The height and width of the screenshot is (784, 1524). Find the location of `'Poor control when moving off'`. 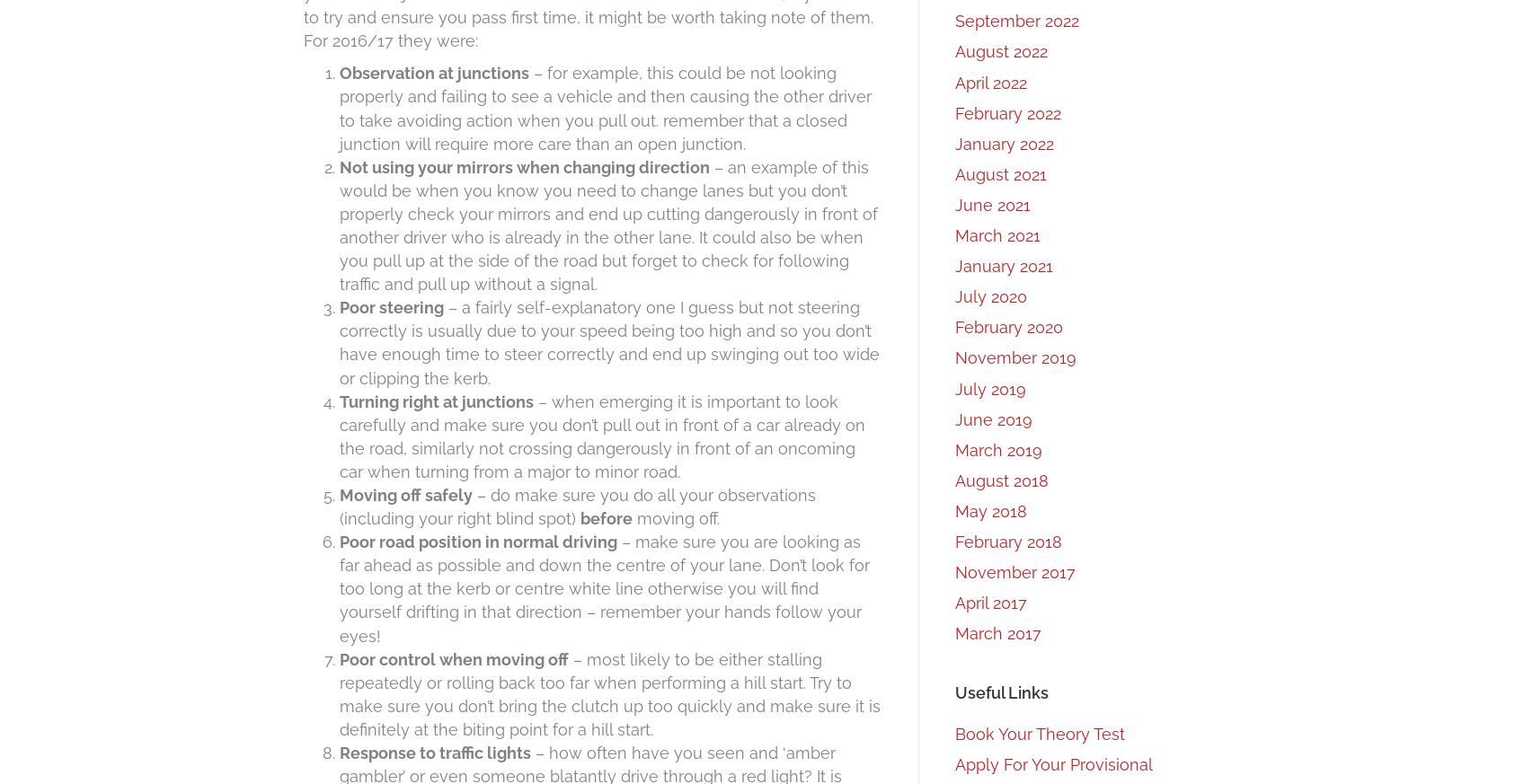

'Poor control when moving off' is located at coordinates (453, 657).